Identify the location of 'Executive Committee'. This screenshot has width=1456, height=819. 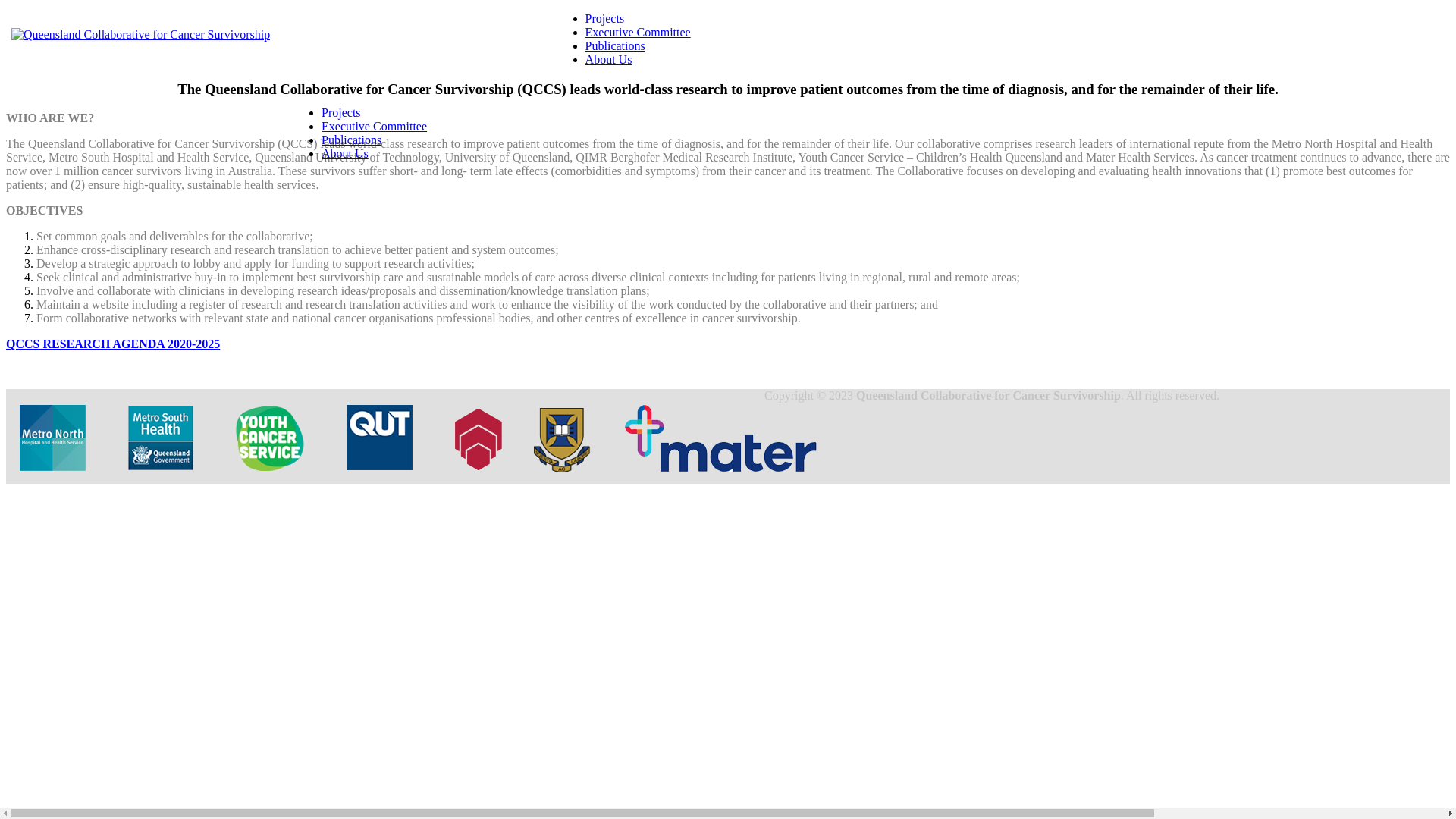
(638, 32).